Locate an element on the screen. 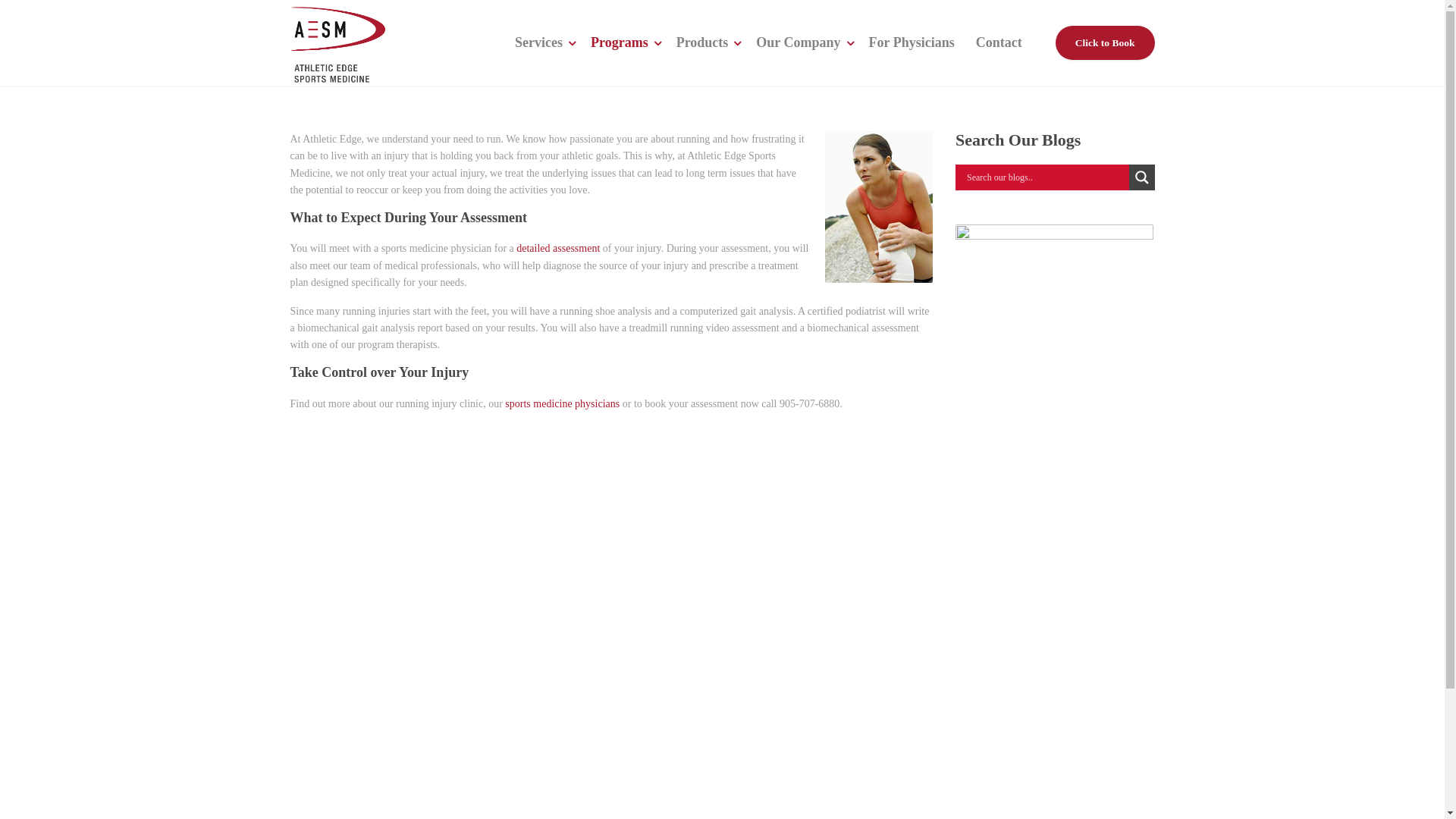 Image resolution: width=1456 pixels, height=819 pixels. 'detailed assessment' is located at coordinates (557, 247).